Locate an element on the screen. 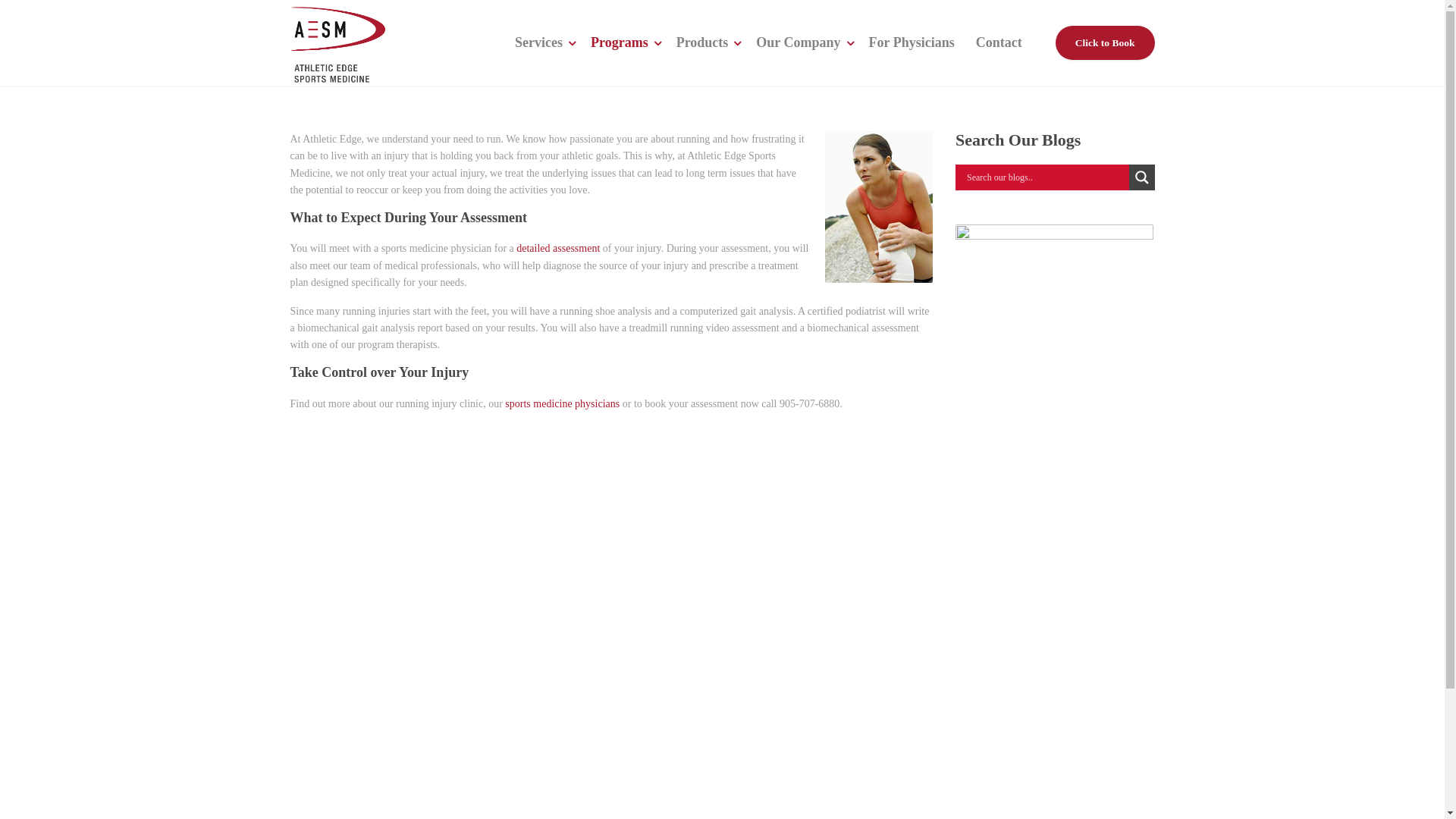 Image resolution: width=1456 pixels, height=819 pixels. 'detailed assessment' is located at coordinates (557, 247).